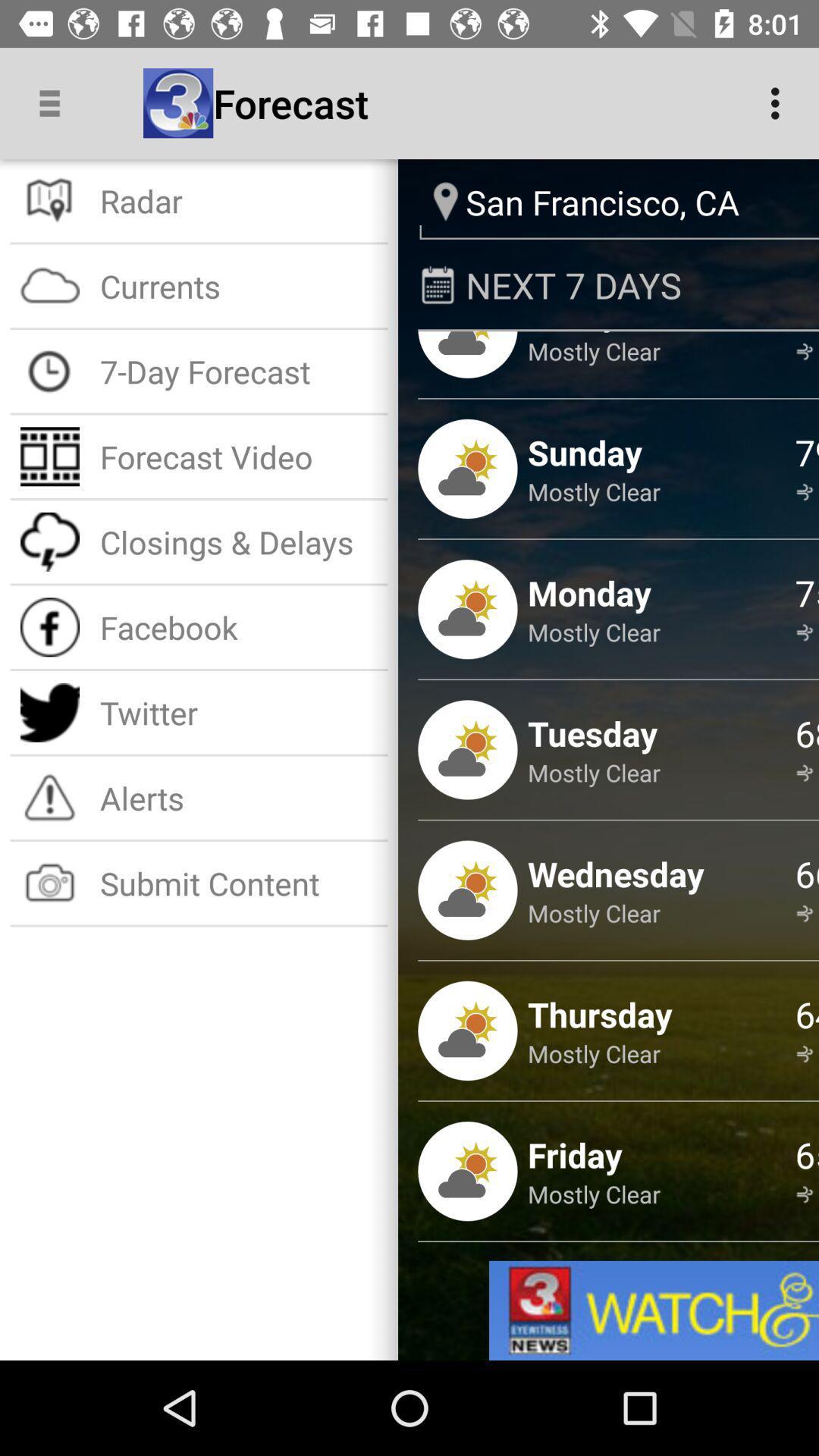 Image resolution: width=819 pixels, height=1456 pixels. What do you see at coordinates (616, 874) in the screenshot?
I see `the wednesday` at bounding box center [616, 874].